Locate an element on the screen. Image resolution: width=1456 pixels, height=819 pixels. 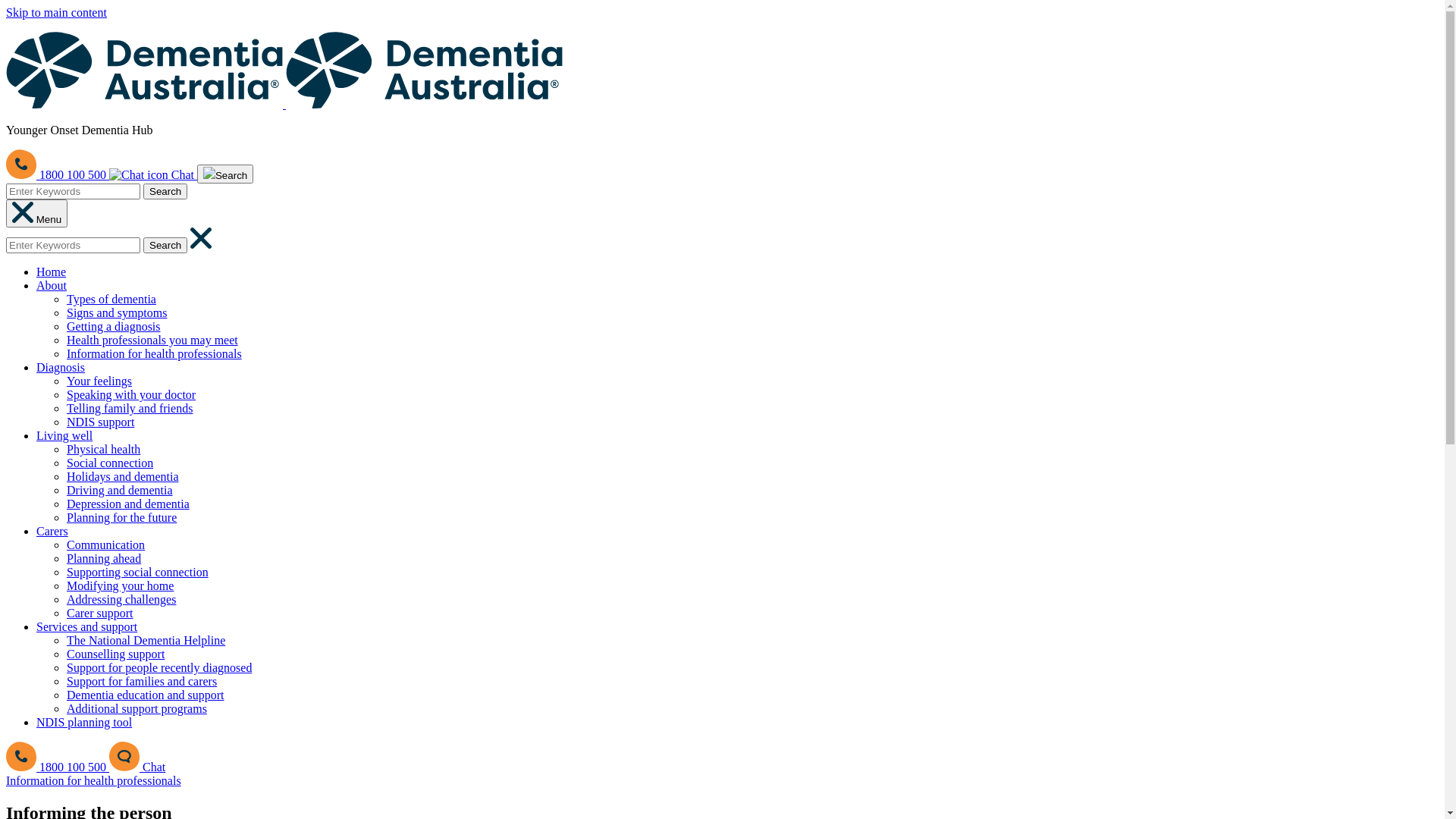
'Support for people recently diagnosed' is located at coordinates (159, 667).